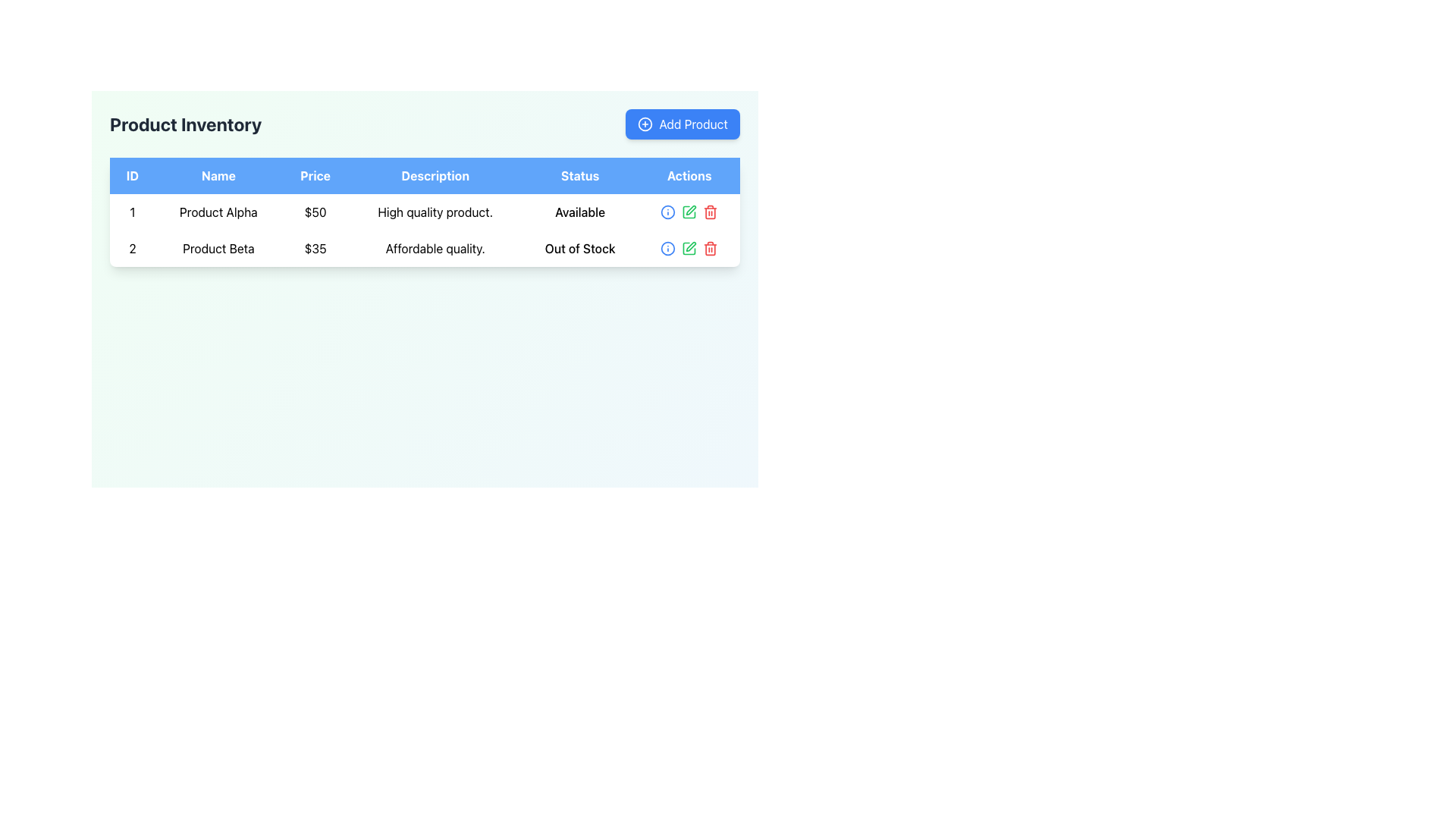  I want to click on the price text displaying '$50' in black within the first row of the product table under the 'Price' column, aligned with 'Product Alpha', so click(315, 212).